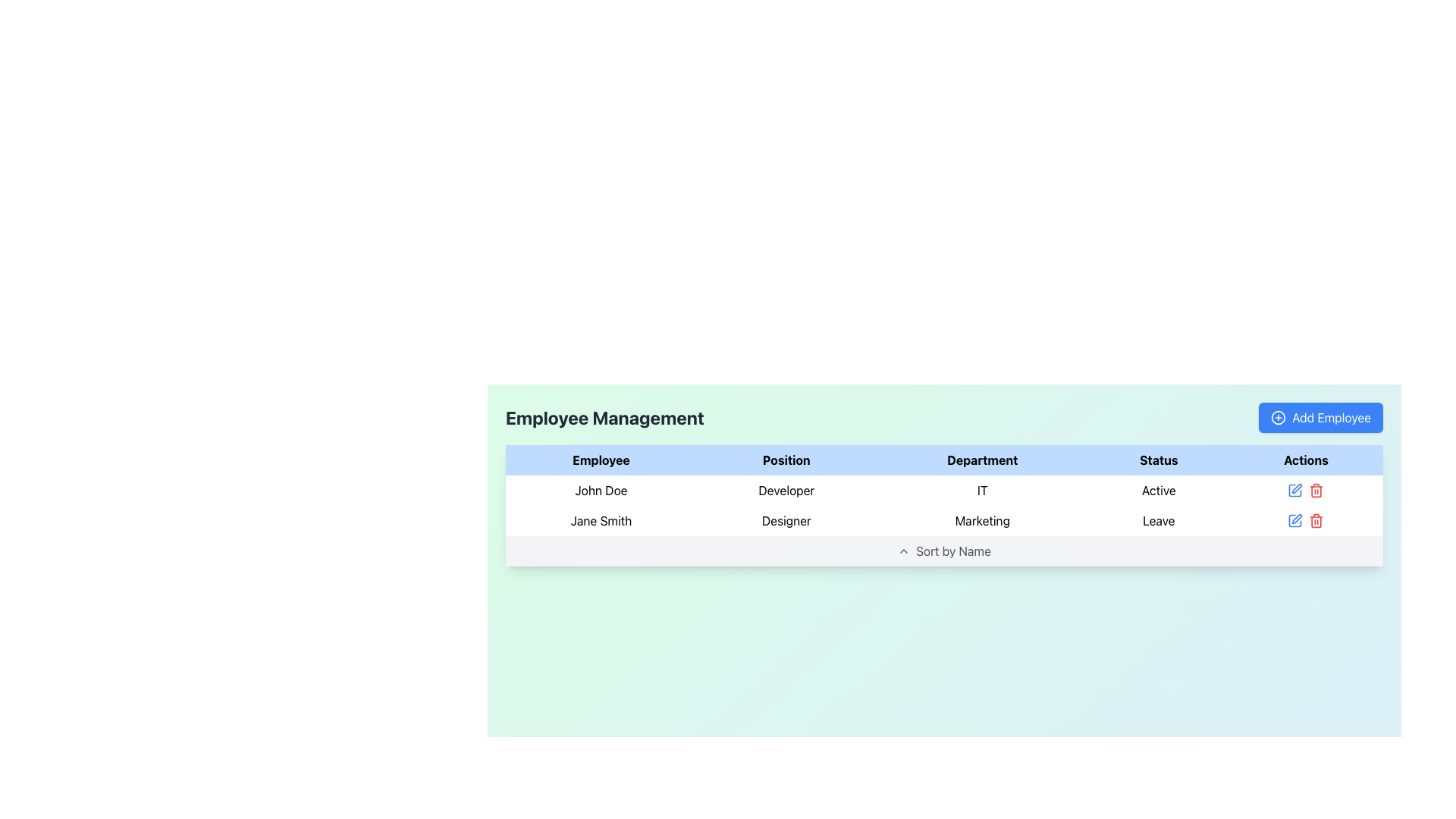 This screenshot has width=1456, height=819. Describe the element at coordinates (1305, 491) in the screenshot. I see `the red delete icon in the 'Actions' column of the first row for employee 'John Doe'` at that location.